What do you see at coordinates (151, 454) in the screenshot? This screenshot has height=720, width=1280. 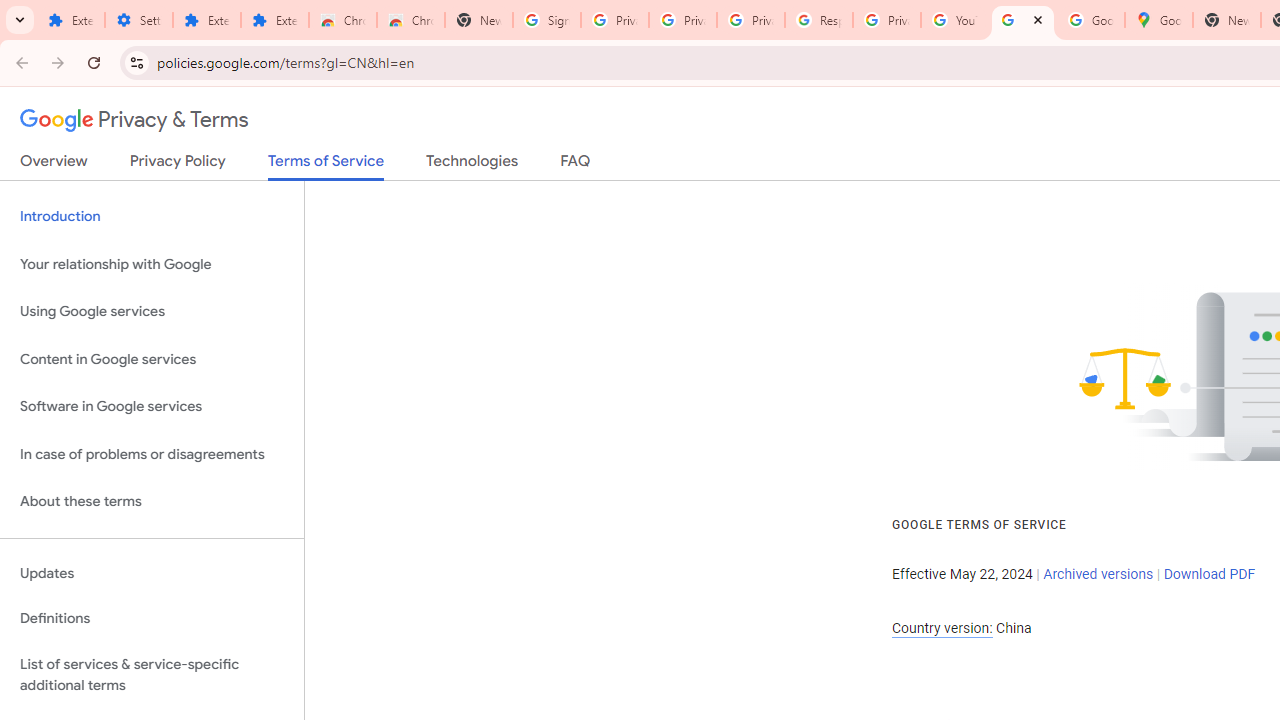 I see `'In case of problems or disagreements'` at bounding box center [151, 454].